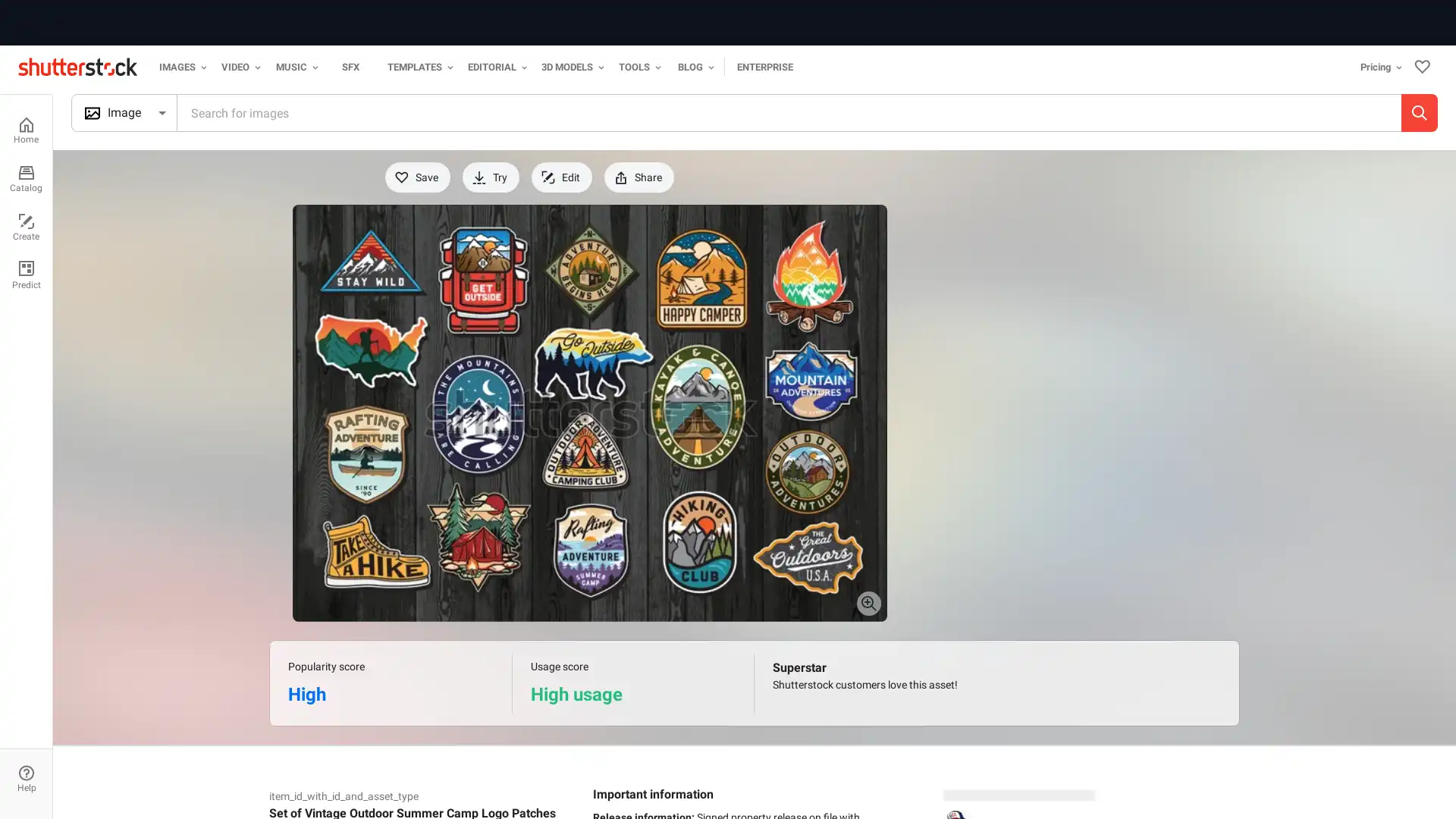 This screenshot has height=819, width=1456. What do you see at coordinates (1249, 66) in the screenshot?
I see `Pricing` at bounding box center [1249, 66].